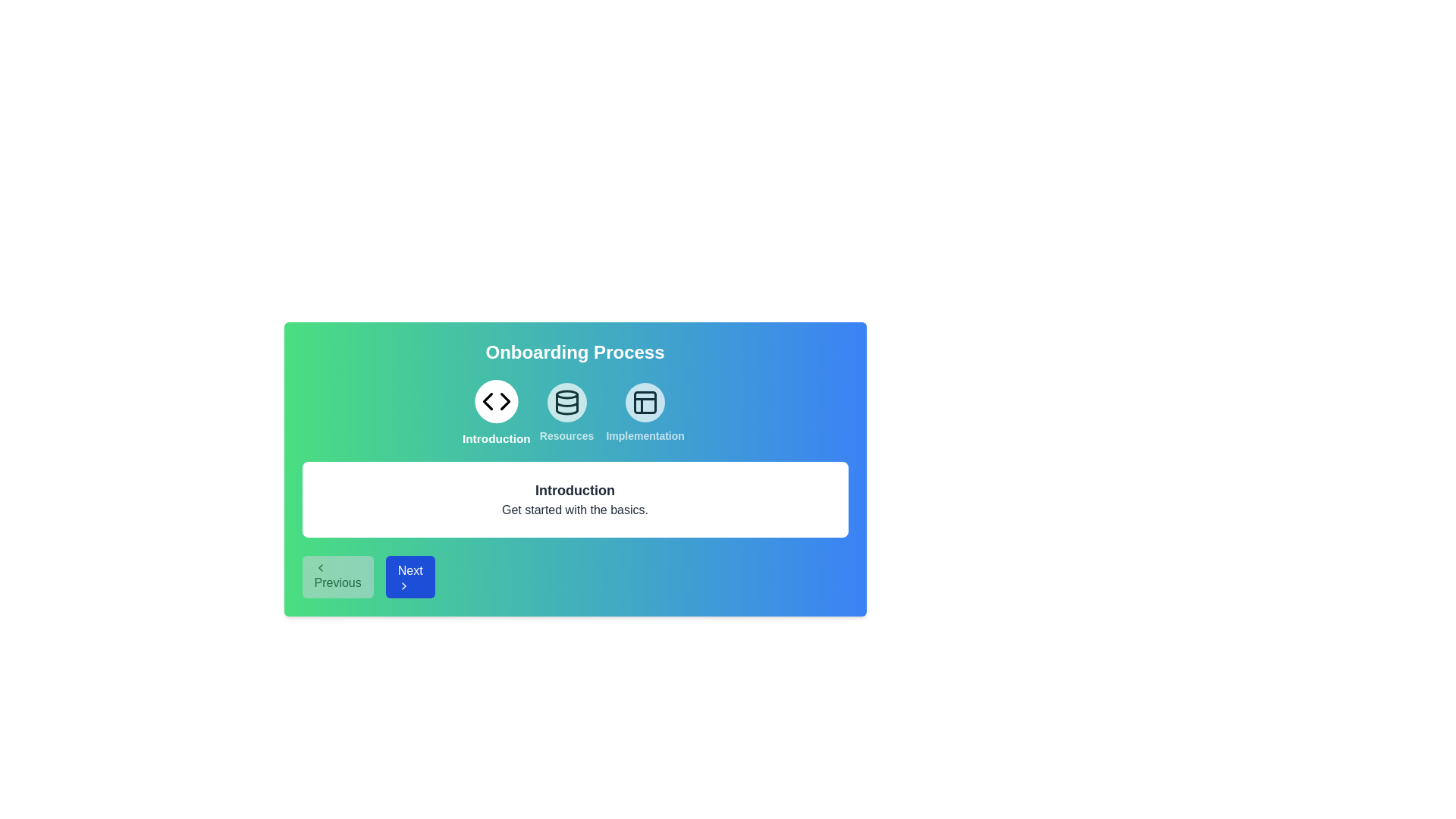 The width and height of the screenshot is (1456, 819). What do you see at coordinates (410, 576) in the screenshot?
I see `the Next button to navigate to the next step` at bounding box center [410, 576].